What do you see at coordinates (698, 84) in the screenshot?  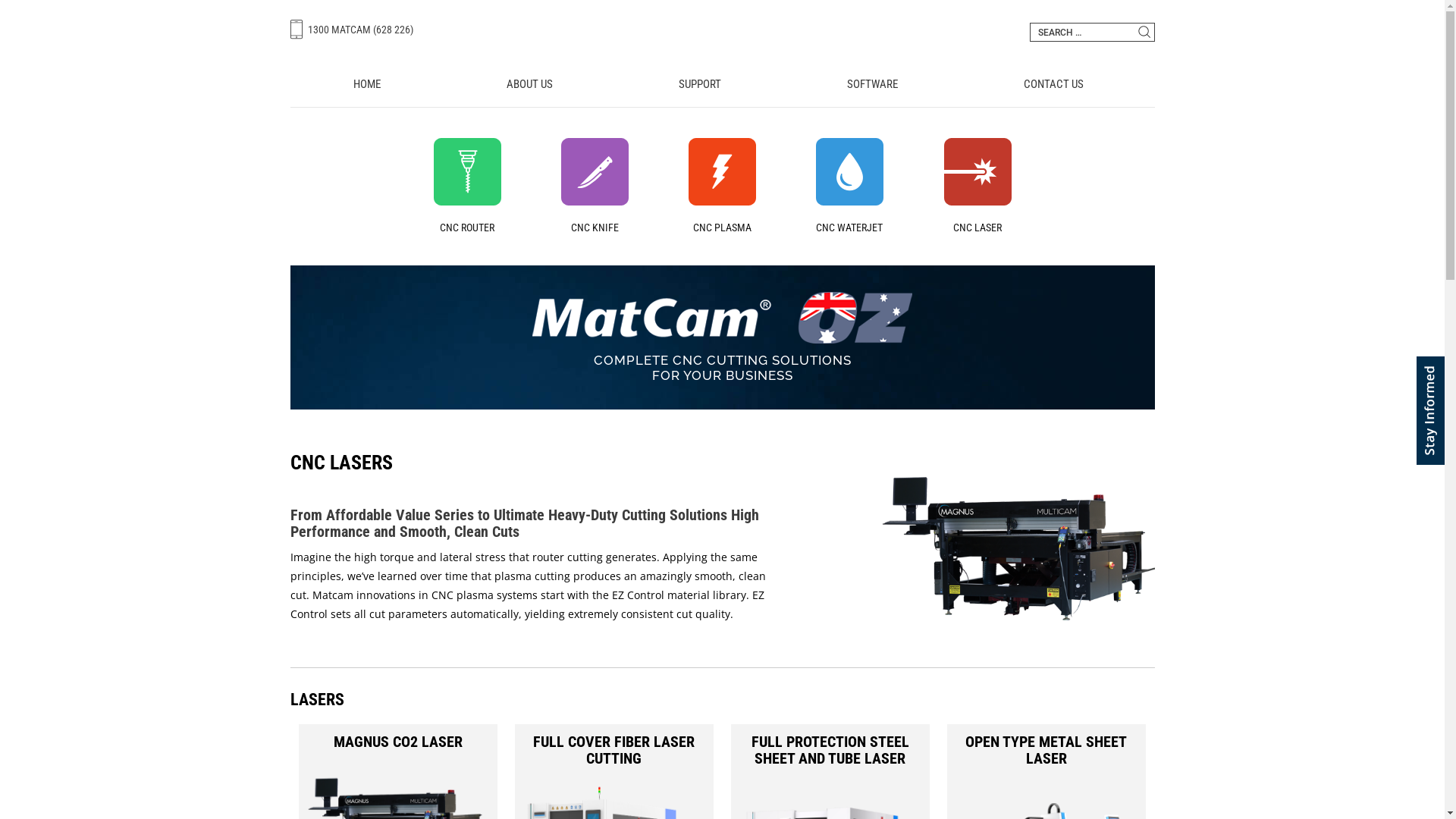 I see `'SUPPORT'` at bounding box center [698, 84].